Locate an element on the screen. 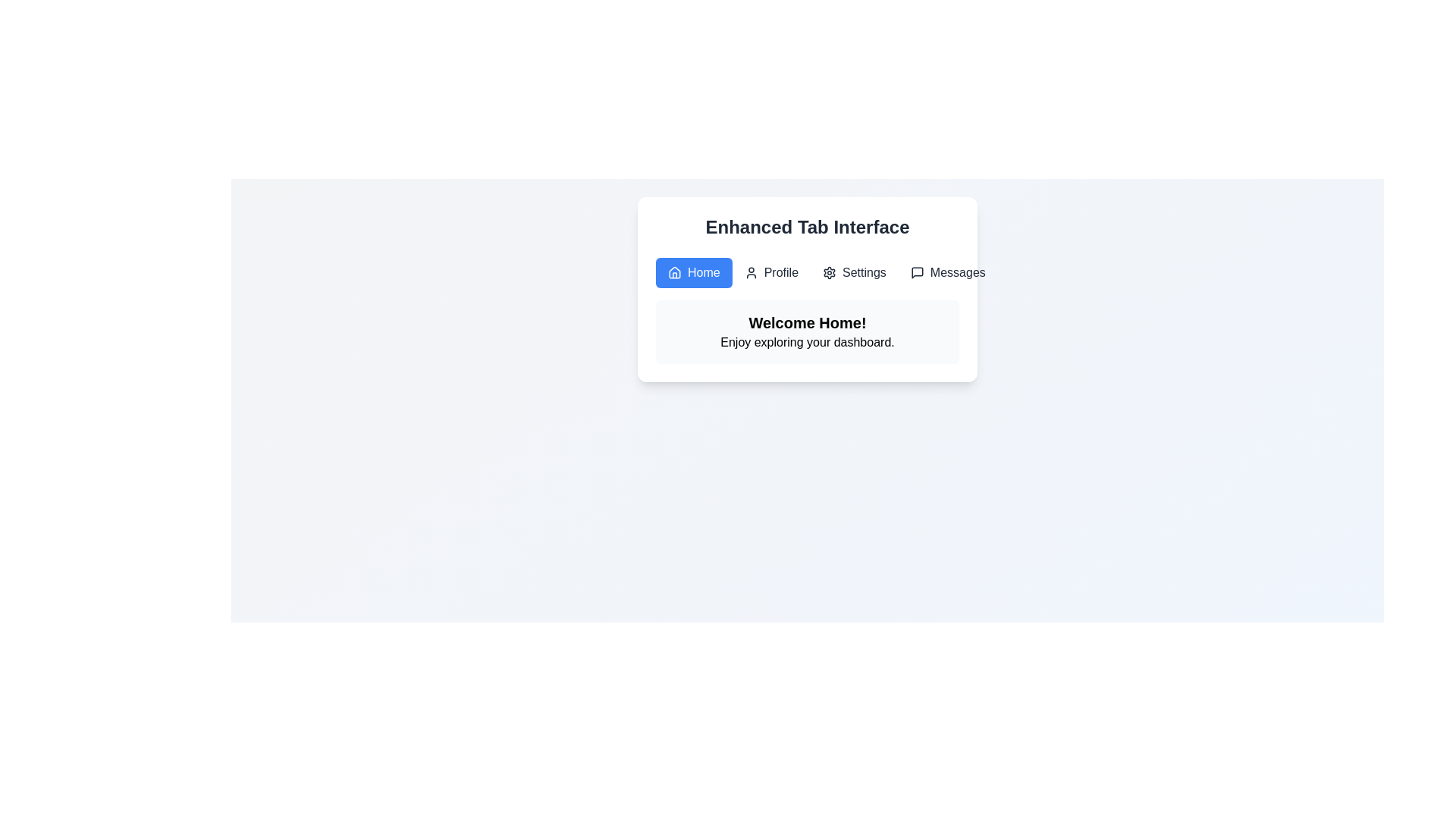  the 'Settings' button, which is represented by a gear-shaped icon is located at coordinates (829, 271).